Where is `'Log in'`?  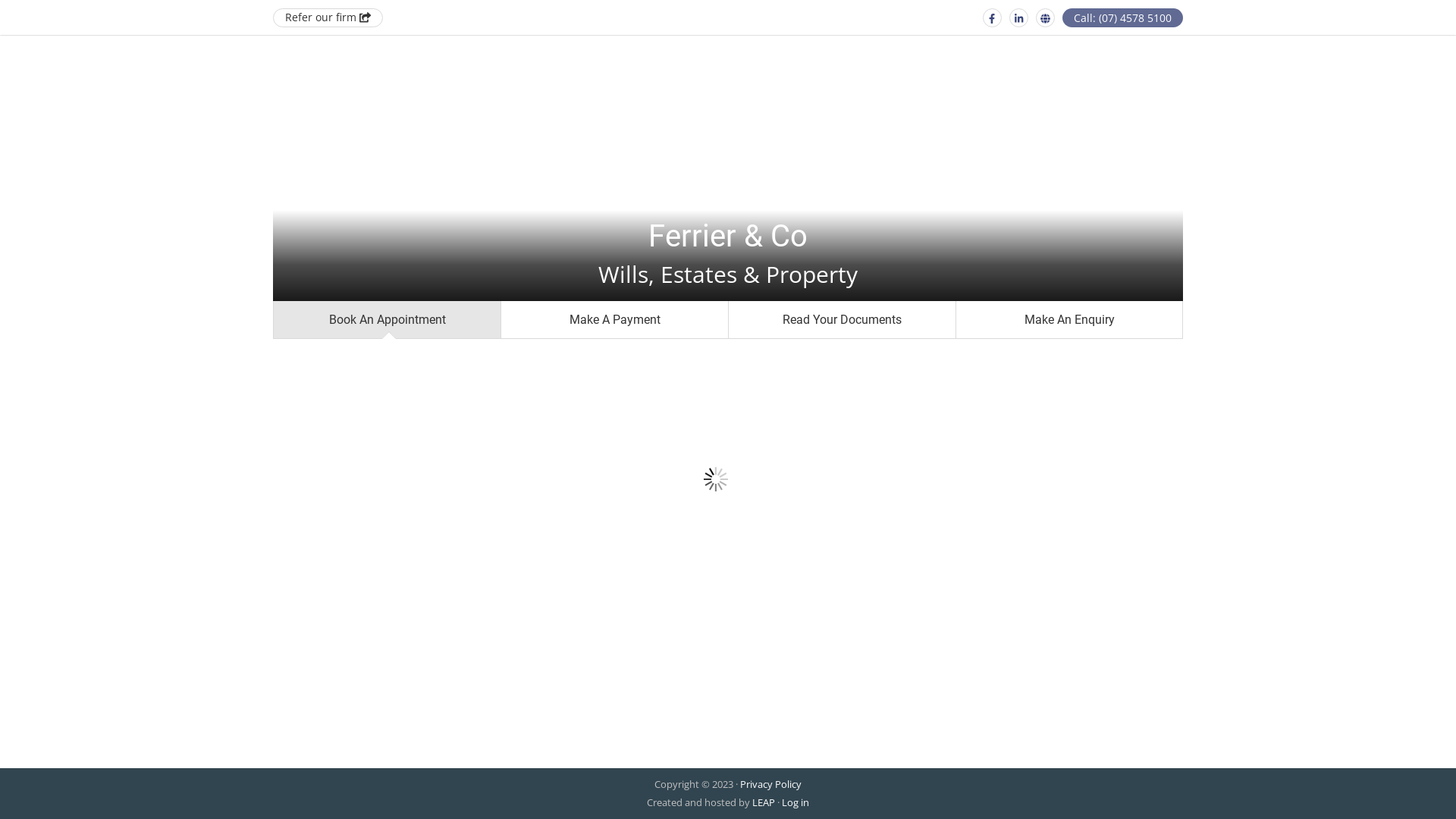 'Log in' is located at coordinates (782, 801).